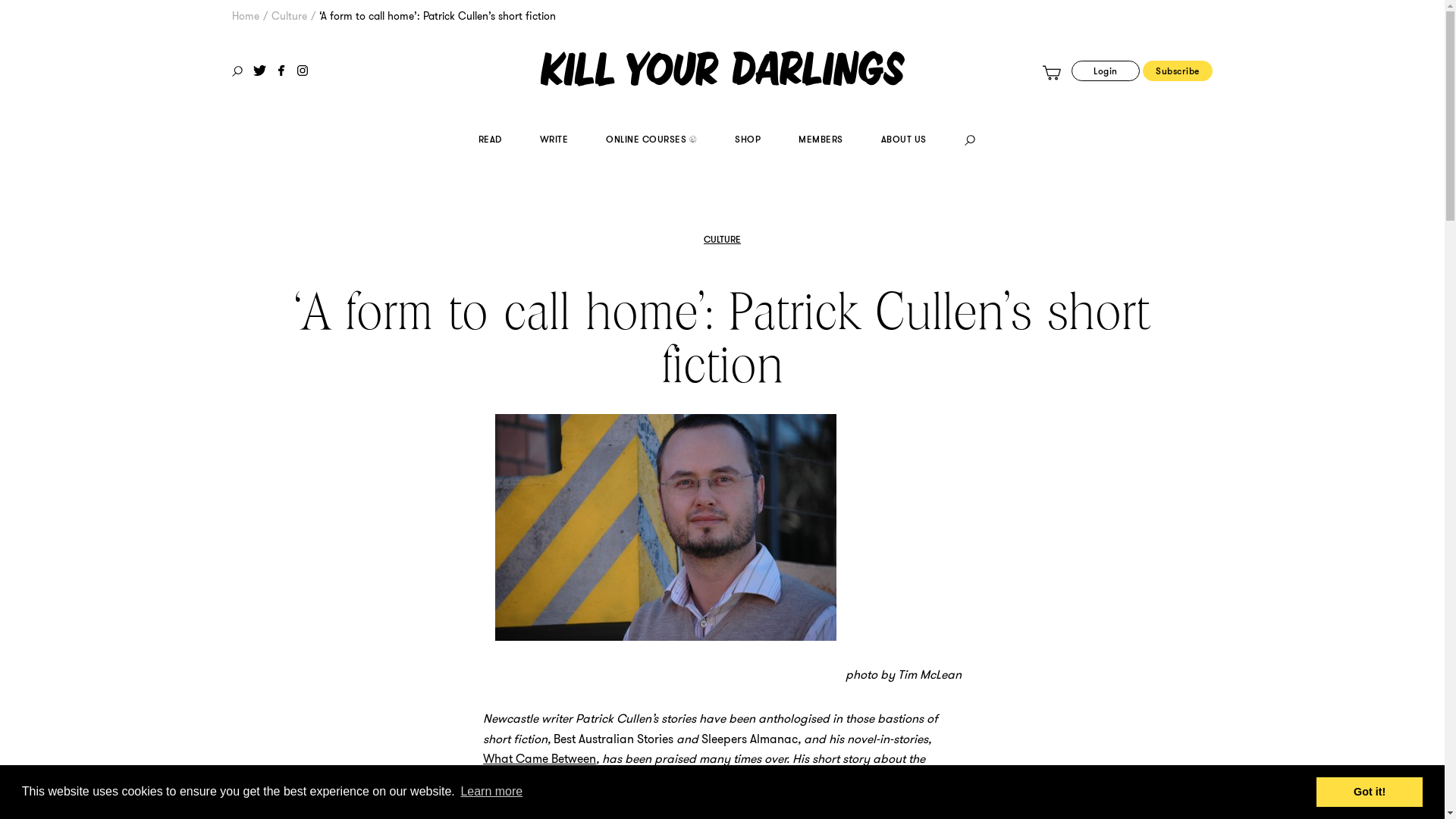 The image size is (1456, 819). I want to click on 'Twitter', so click(253, 70).